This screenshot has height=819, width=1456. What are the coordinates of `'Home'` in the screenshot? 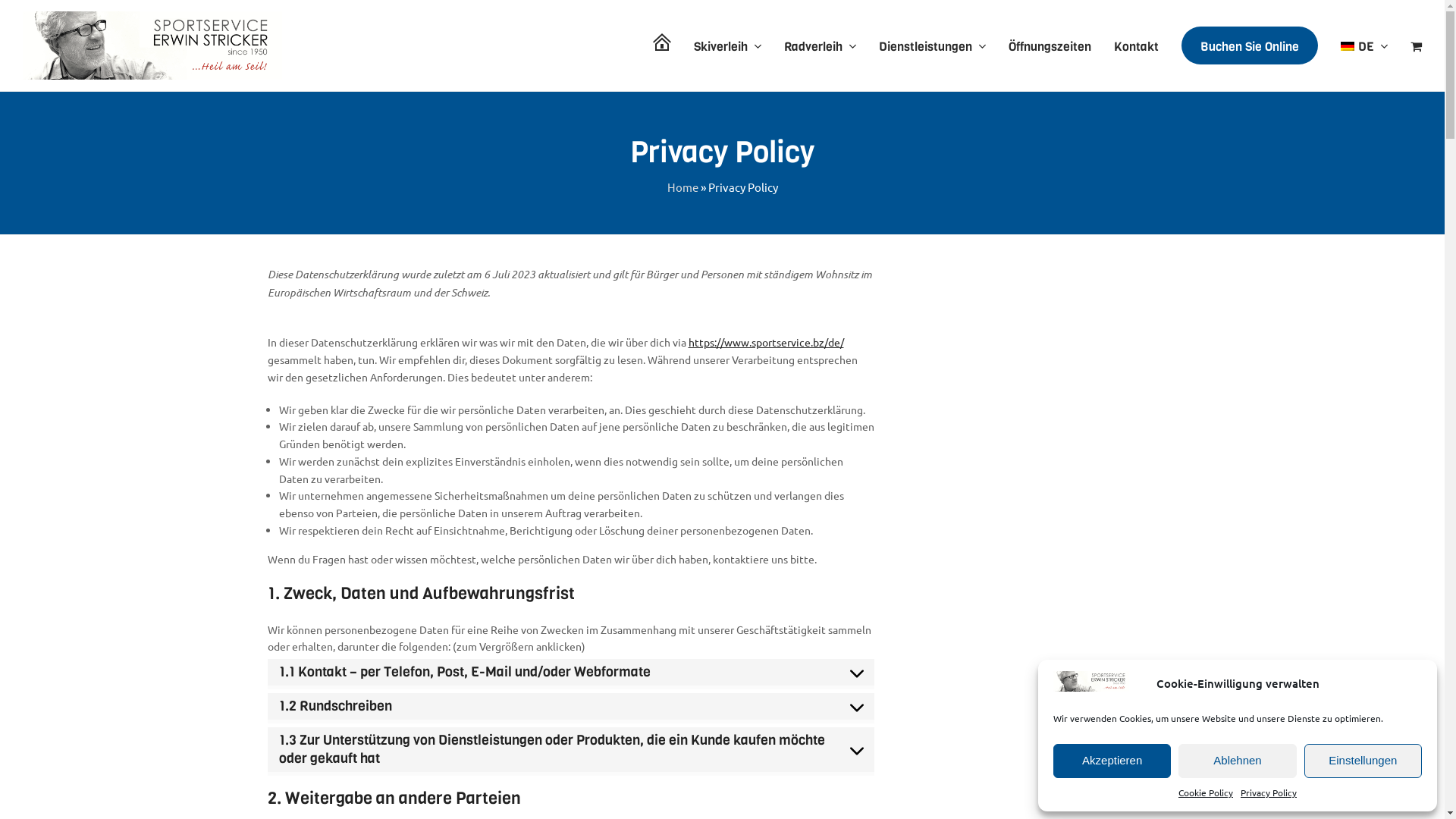 It's located at (667, 186).